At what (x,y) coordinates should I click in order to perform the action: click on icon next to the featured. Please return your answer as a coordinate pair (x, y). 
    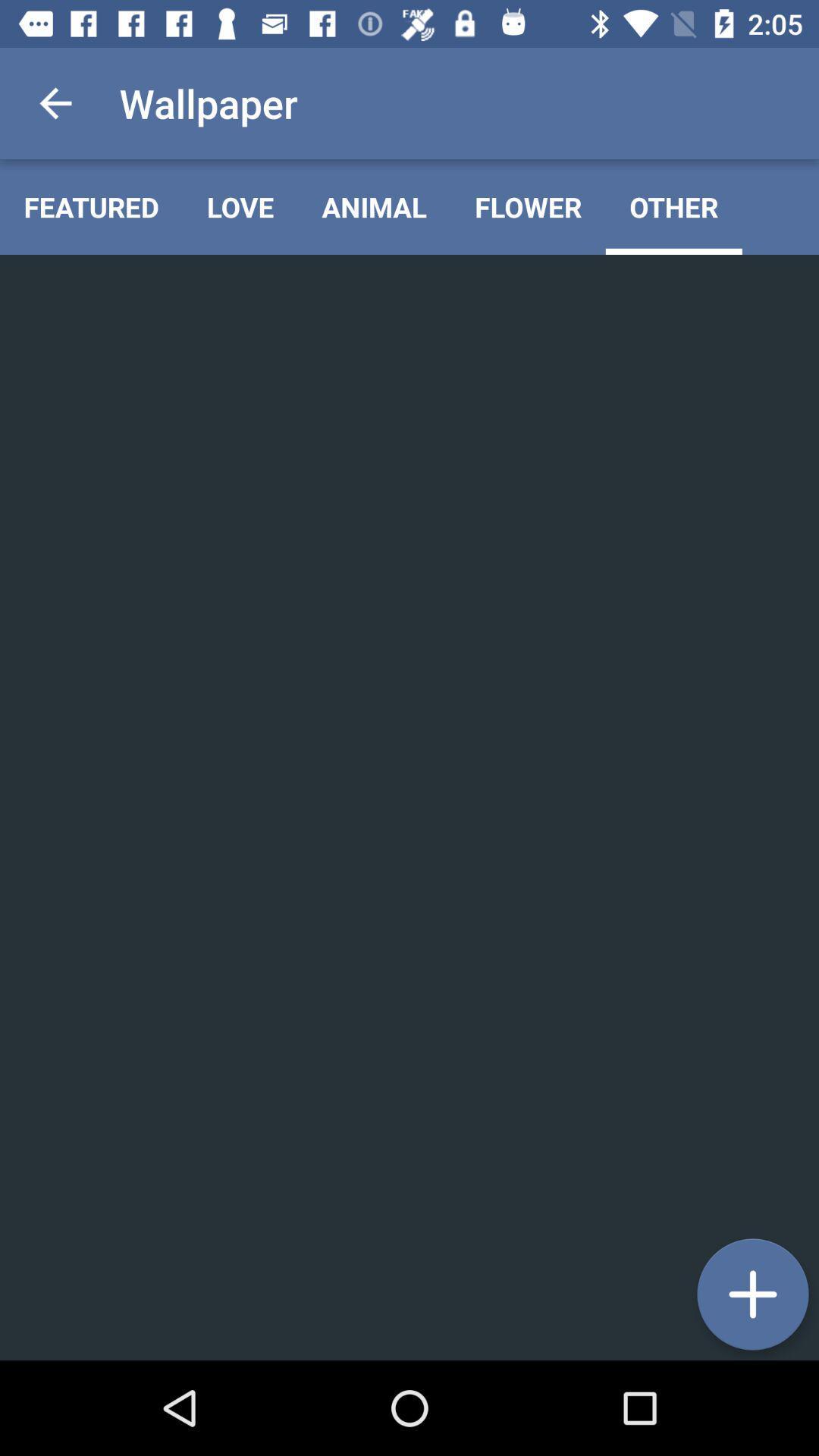
    Looking at the image, I should click on (240, 206).